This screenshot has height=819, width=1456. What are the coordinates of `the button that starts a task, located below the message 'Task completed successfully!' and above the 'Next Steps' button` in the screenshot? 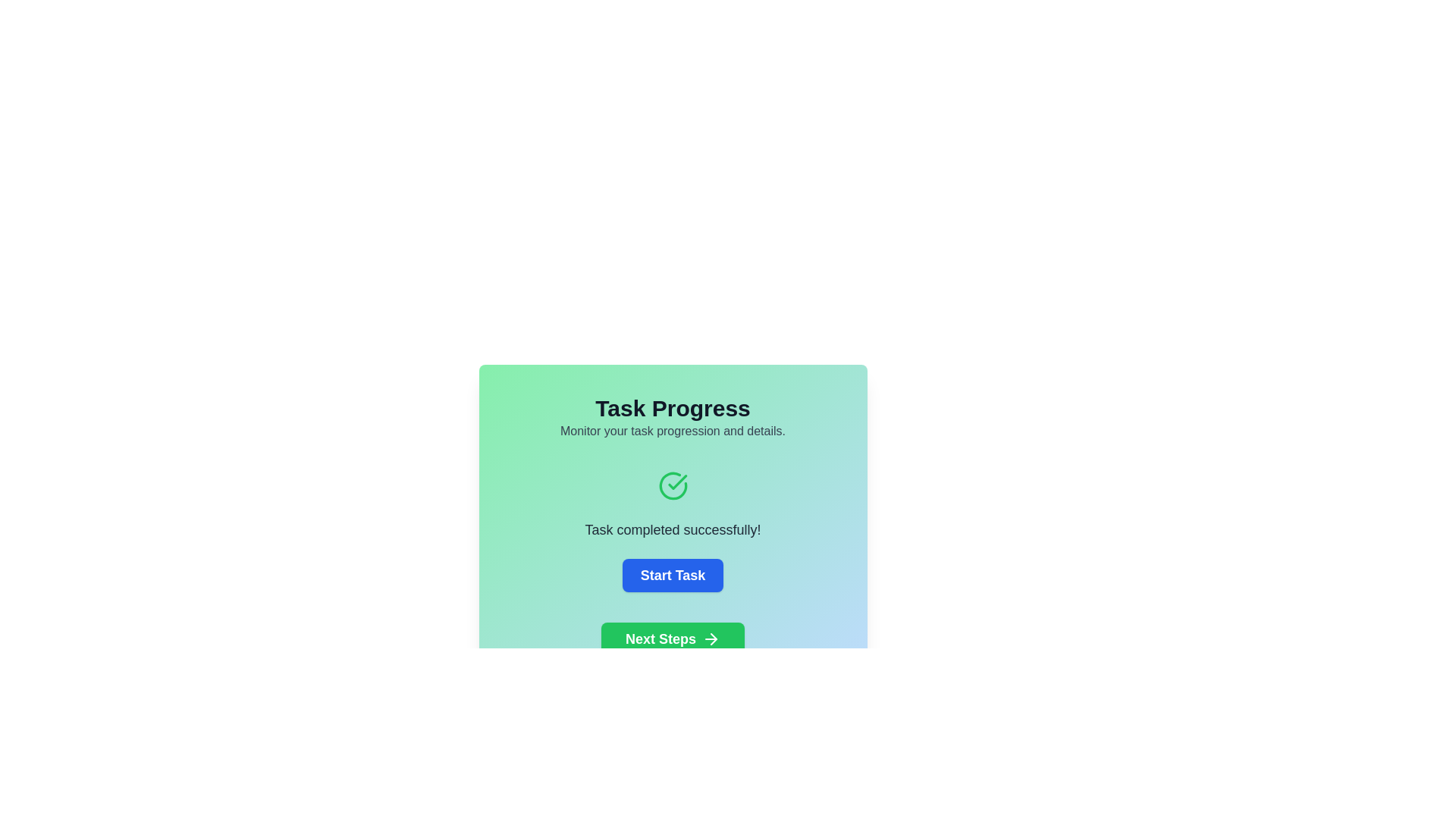 It's located at (672, 576).